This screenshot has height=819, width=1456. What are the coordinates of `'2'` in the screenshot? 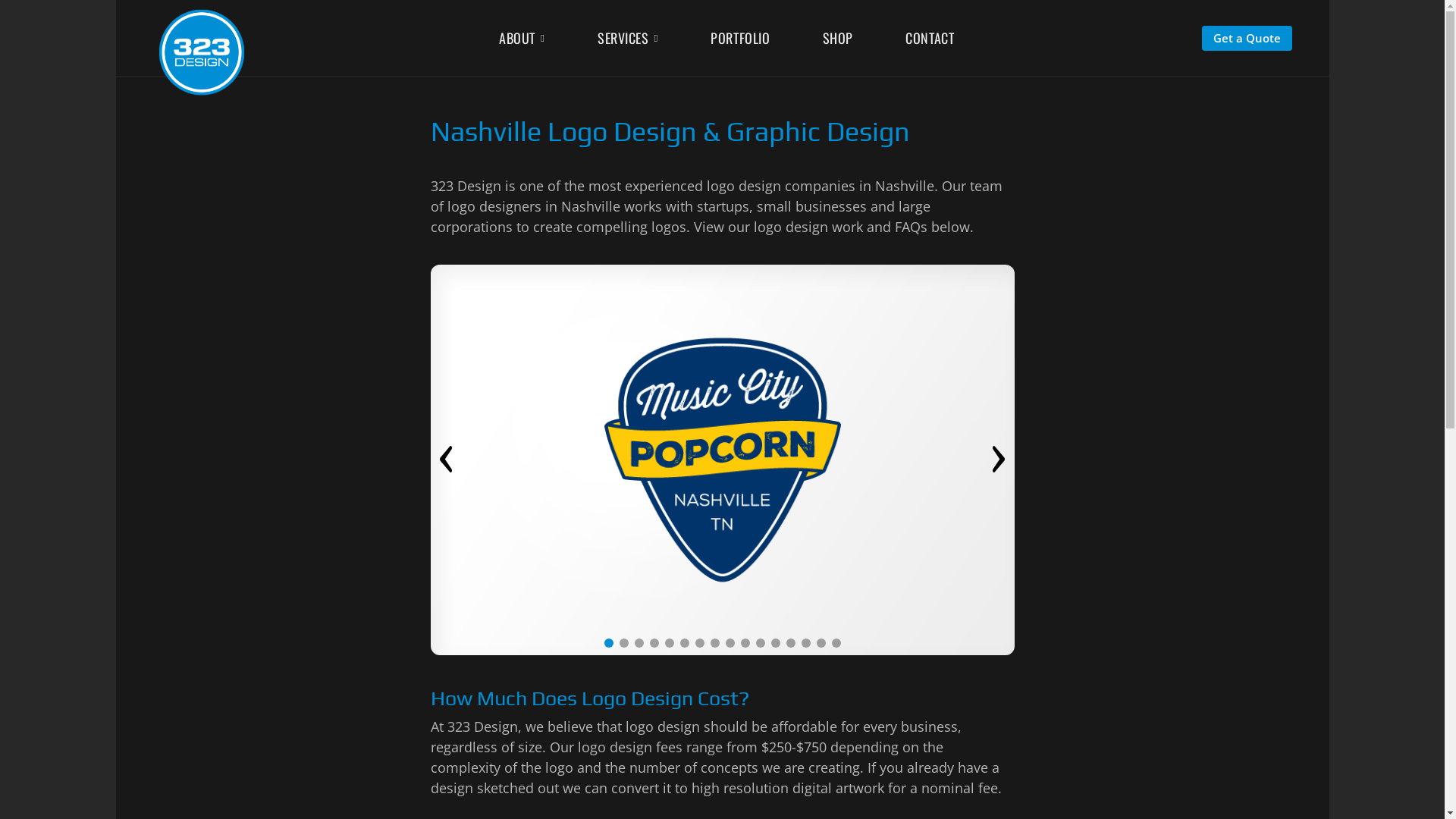 It's located at (623, 643).